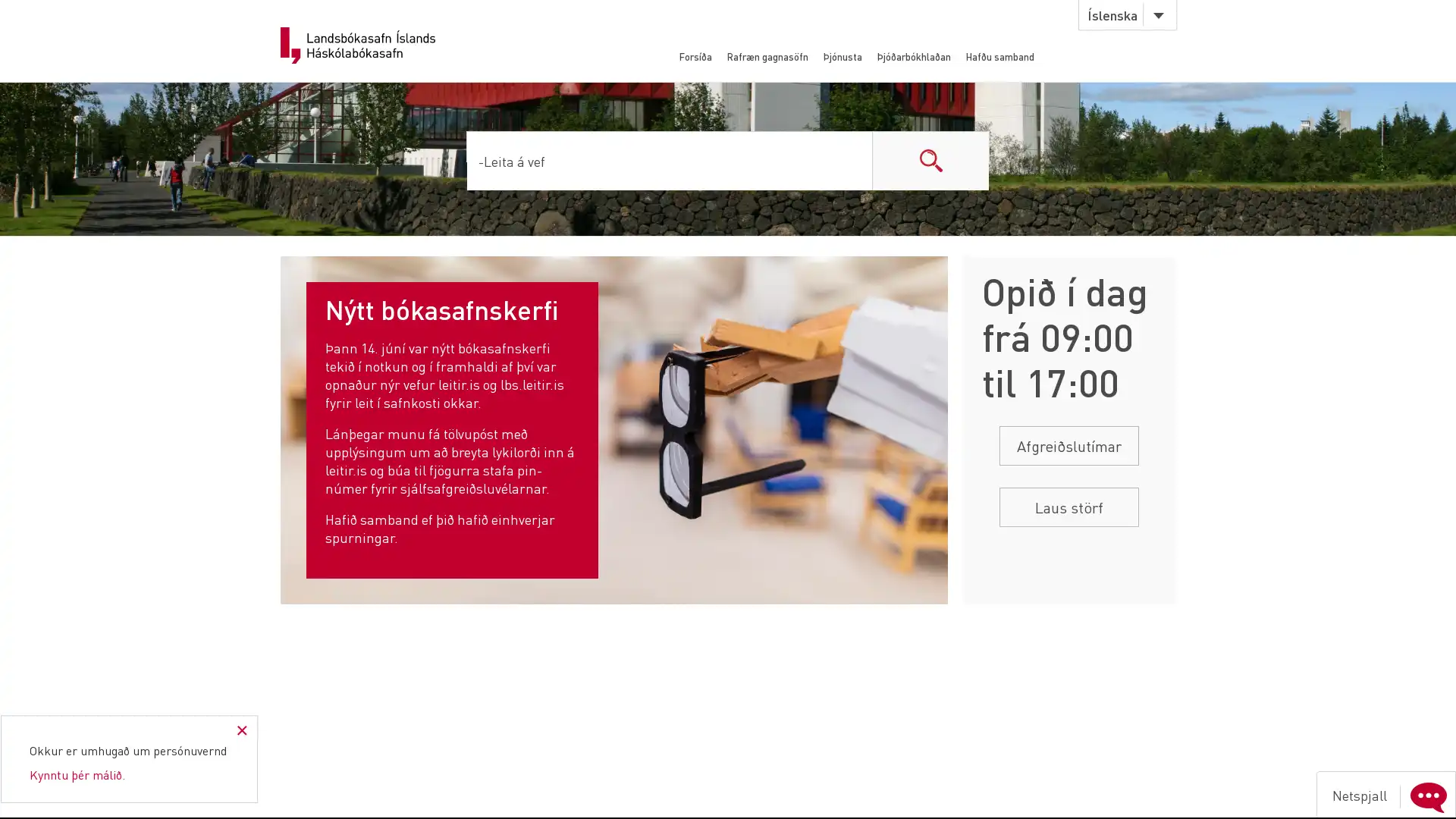 Image resolution: width=1456 pixels, height=819 pixels. I want to click on leita, so click(930, 160).